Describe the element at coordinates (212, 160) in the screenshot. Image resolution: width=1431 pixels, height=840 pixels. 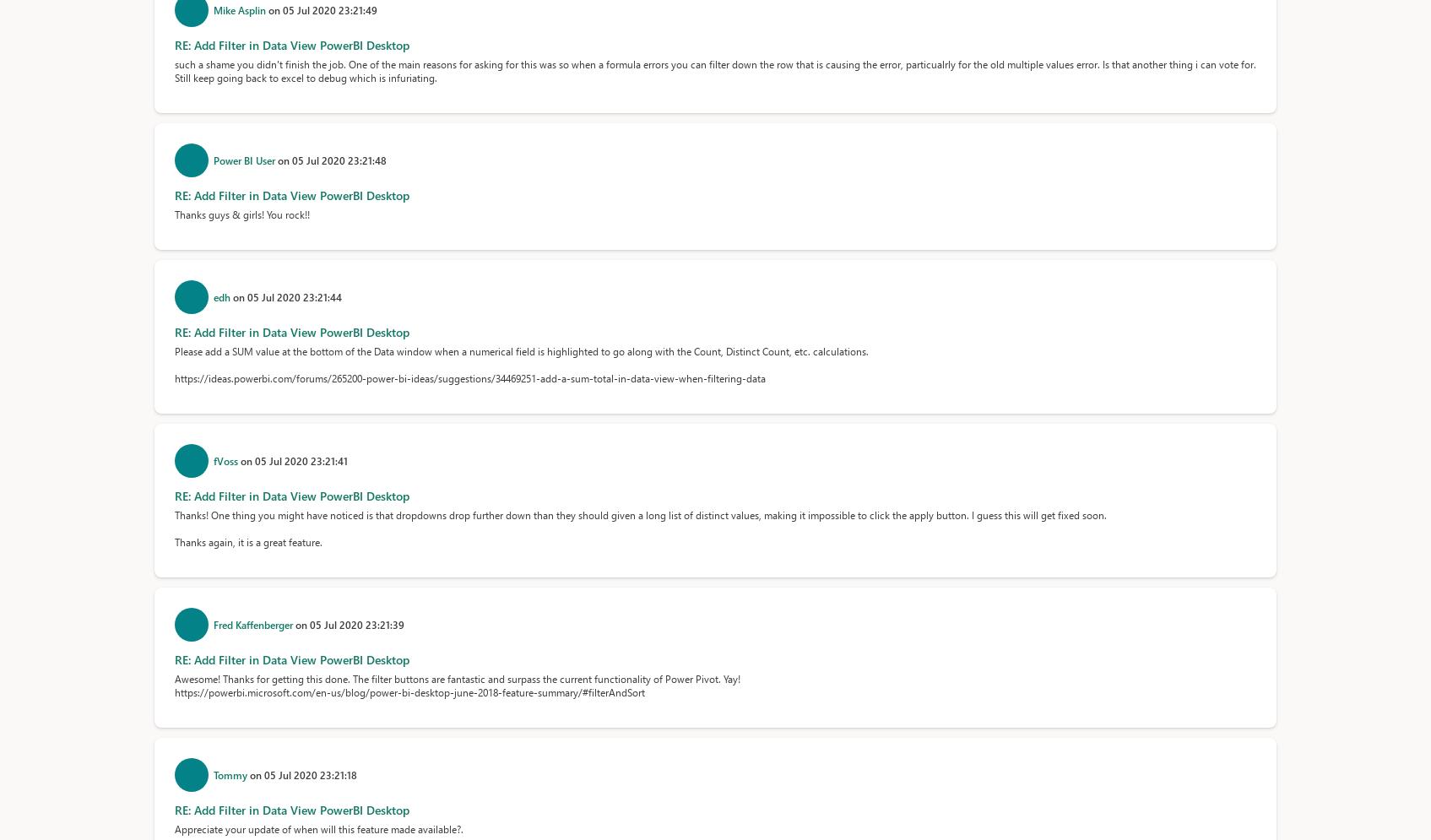
I see `'Power BI User'` at that location.